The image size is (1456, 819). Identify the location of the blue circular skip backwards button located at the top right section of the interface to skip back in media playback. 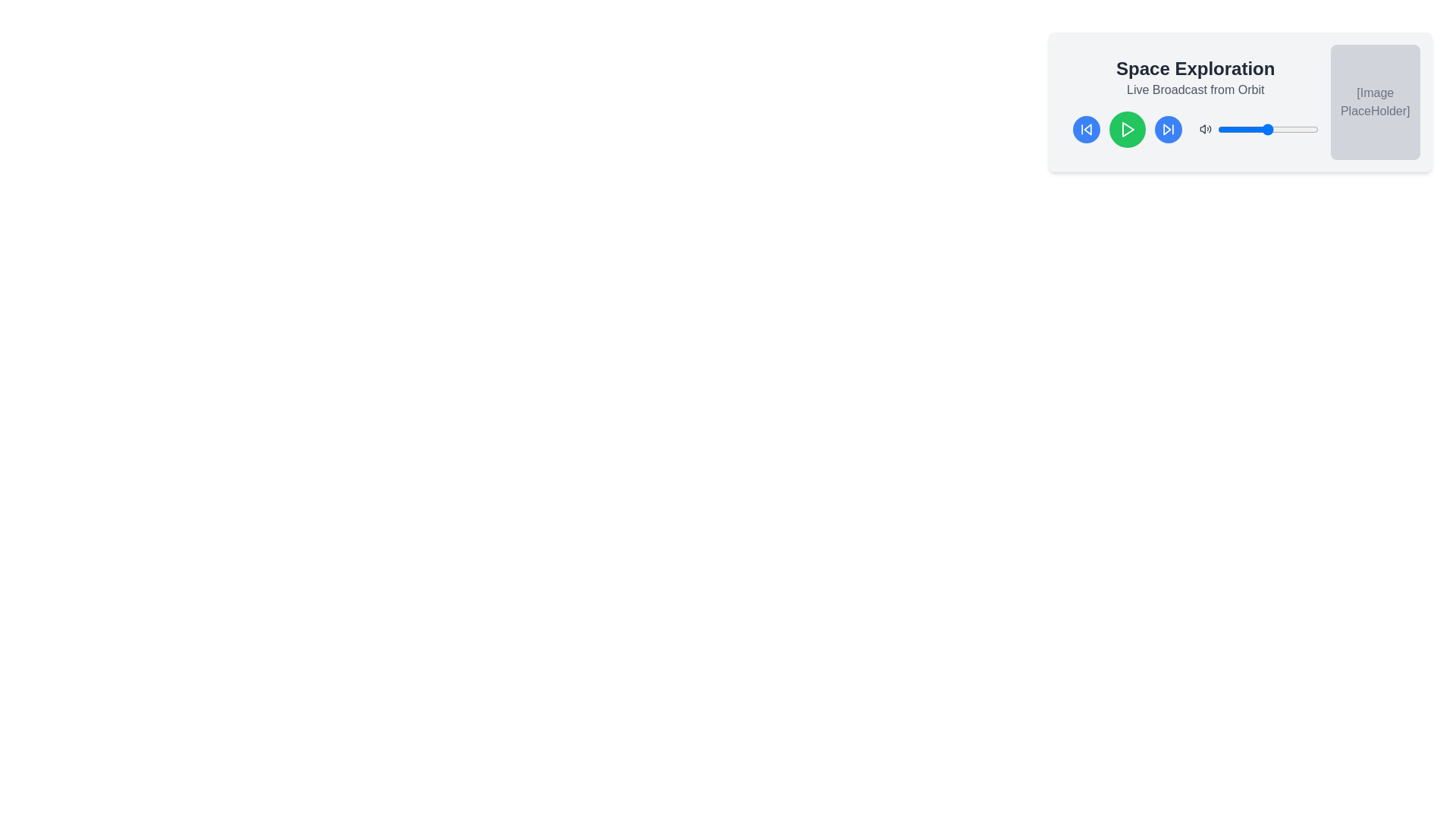
(1086, 128).